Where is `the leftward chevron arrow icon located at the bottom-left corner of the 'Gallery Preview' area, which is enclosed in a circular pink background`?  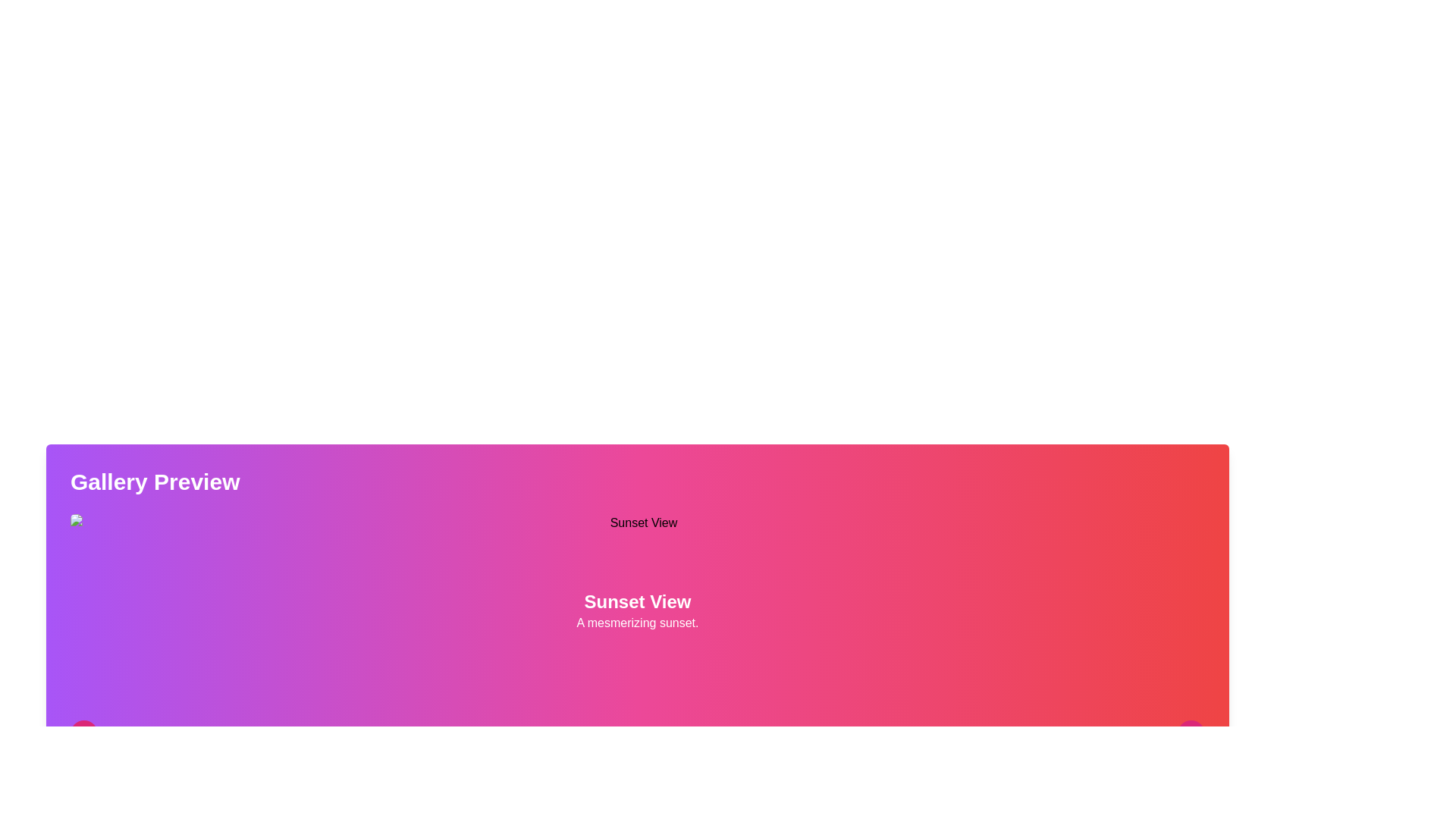
the leftward chevron arrow icon located at the bottom-left corner of the 'Gallery Preview' area, which is enclosed in a circular pink background is located at coordinates (83, 733).